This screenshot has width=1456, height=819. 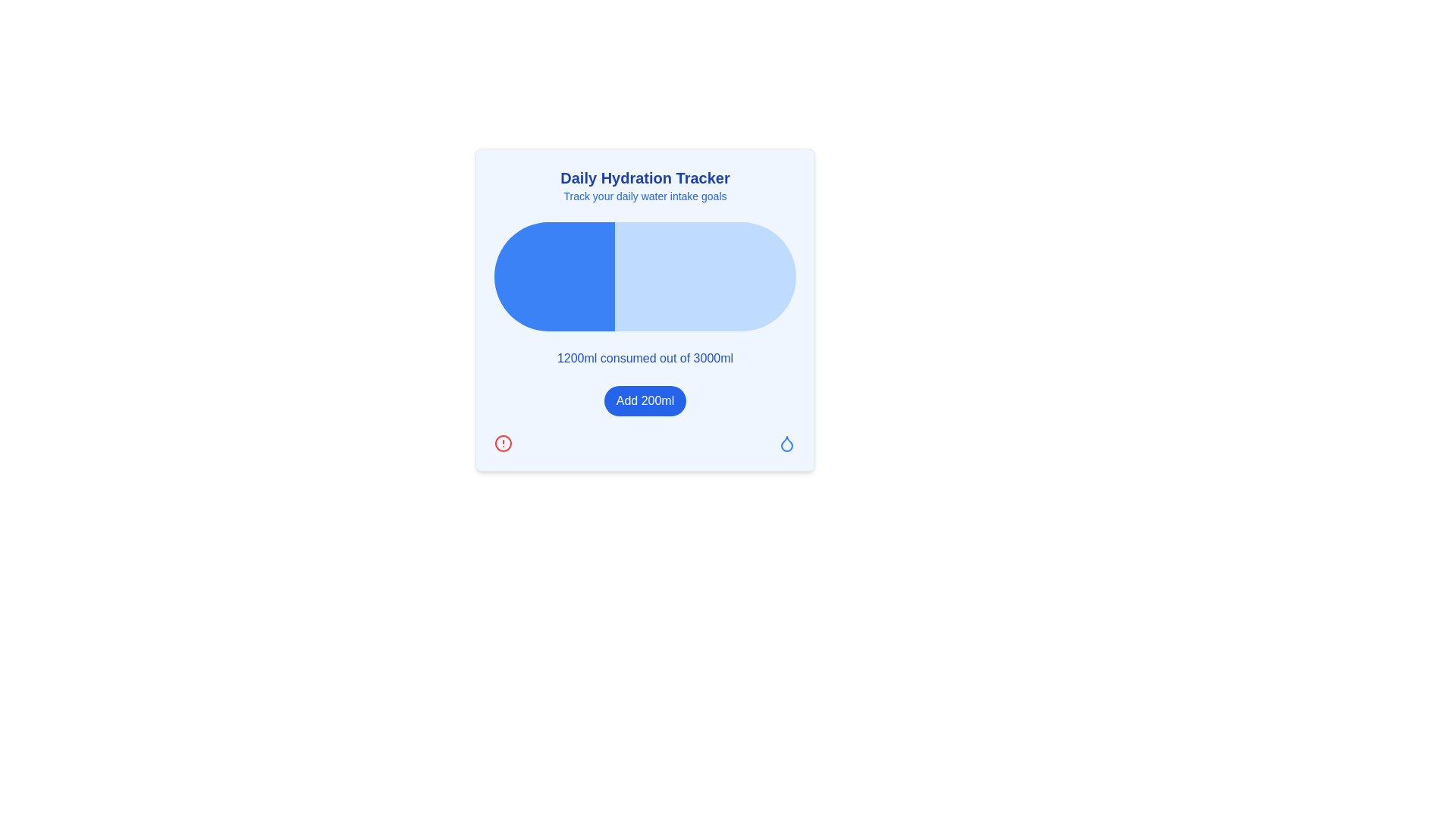 What do you see at coordinates (503, 444) in the screenshot?
I see `the alert icon located in the bottom-left corner of the card, which serves as an indicator or alert symbol` at bounding box center [503, 444].